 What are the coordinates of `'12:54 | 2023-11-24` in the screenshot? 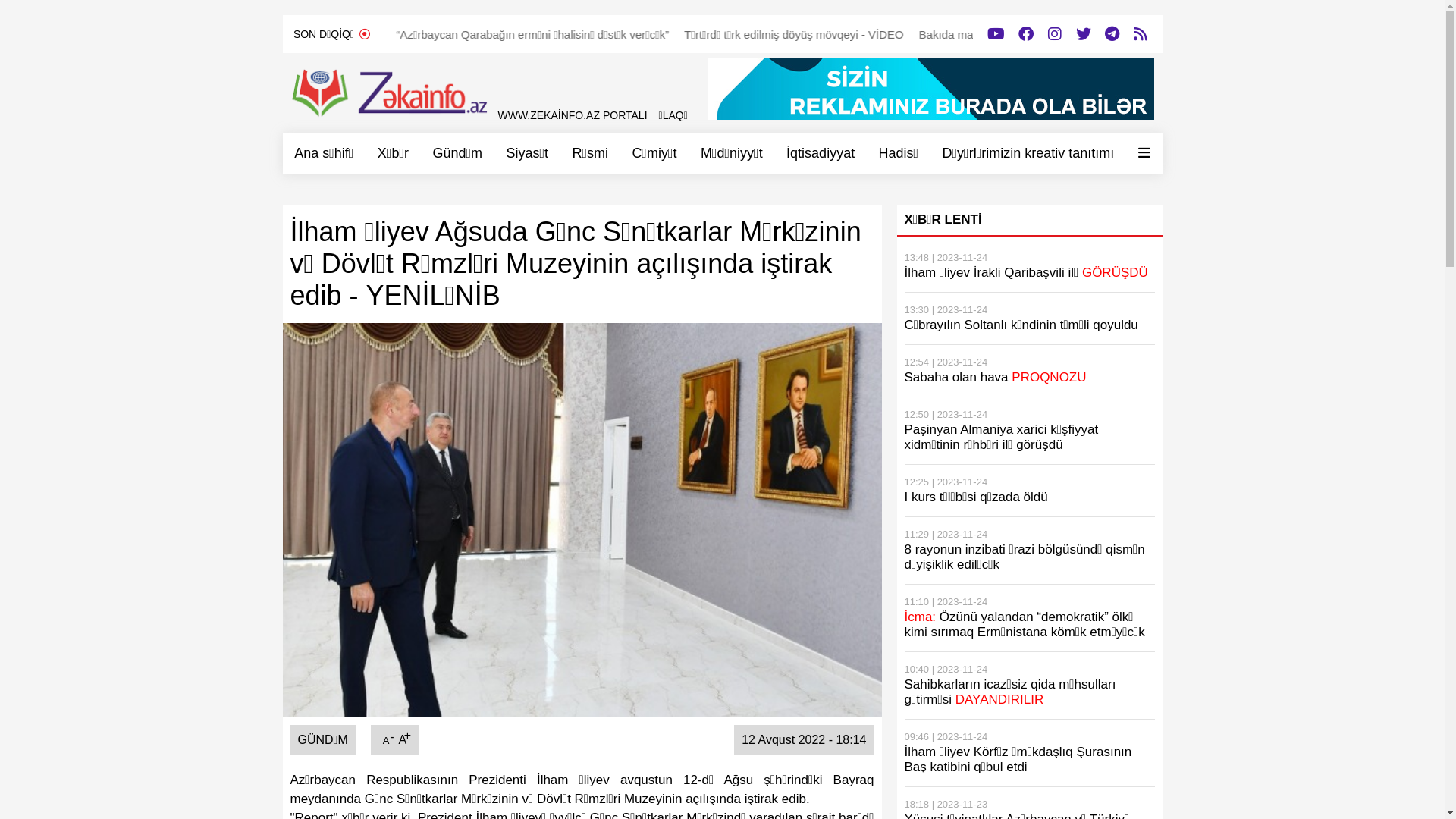 It's located at (1029, 371).